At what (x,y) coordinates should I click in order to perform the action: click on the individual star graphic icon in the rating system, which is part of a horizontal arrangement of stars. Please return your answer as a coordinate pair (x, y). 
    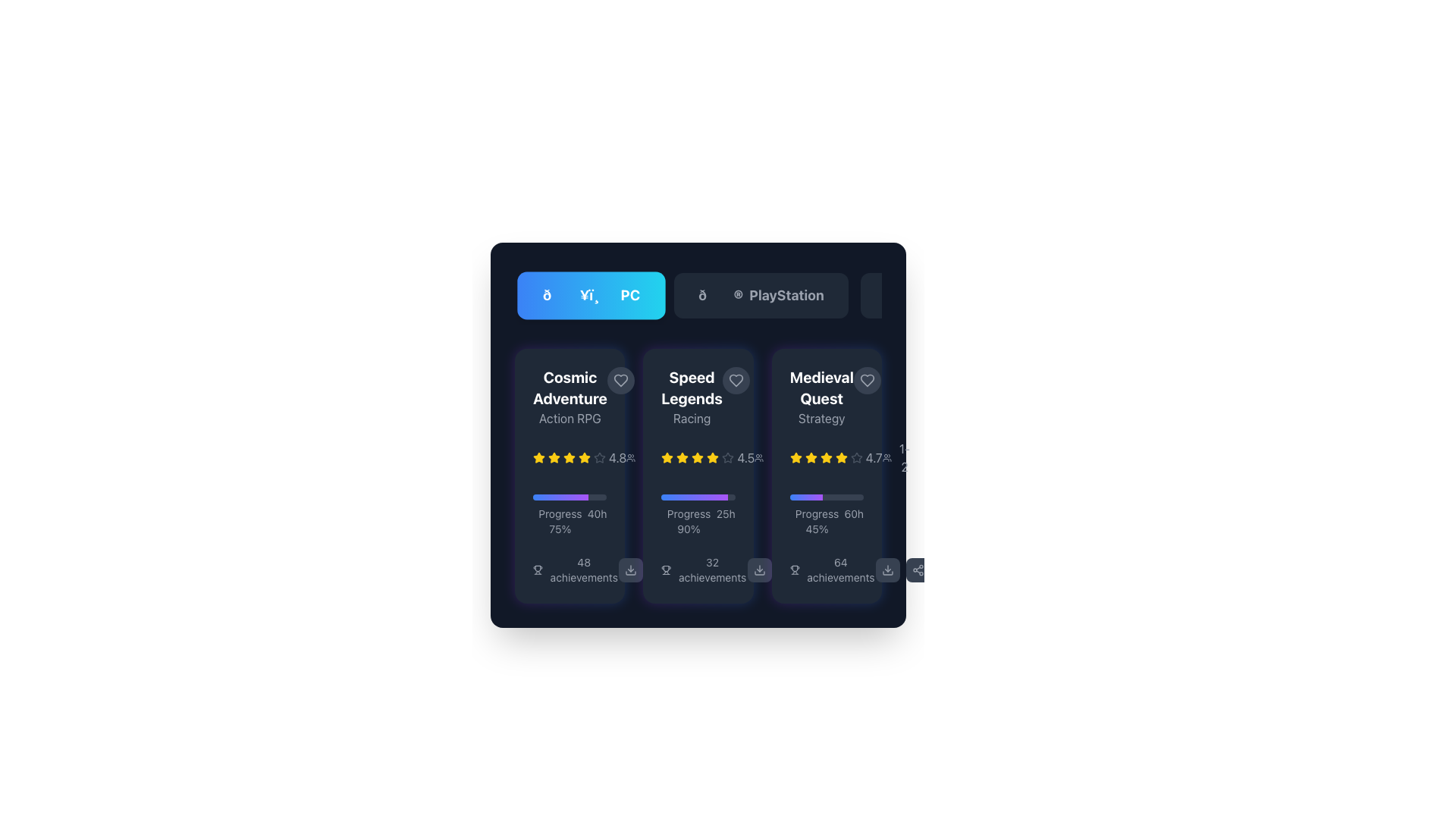
    Looking at the image, I should click on (599, 457).